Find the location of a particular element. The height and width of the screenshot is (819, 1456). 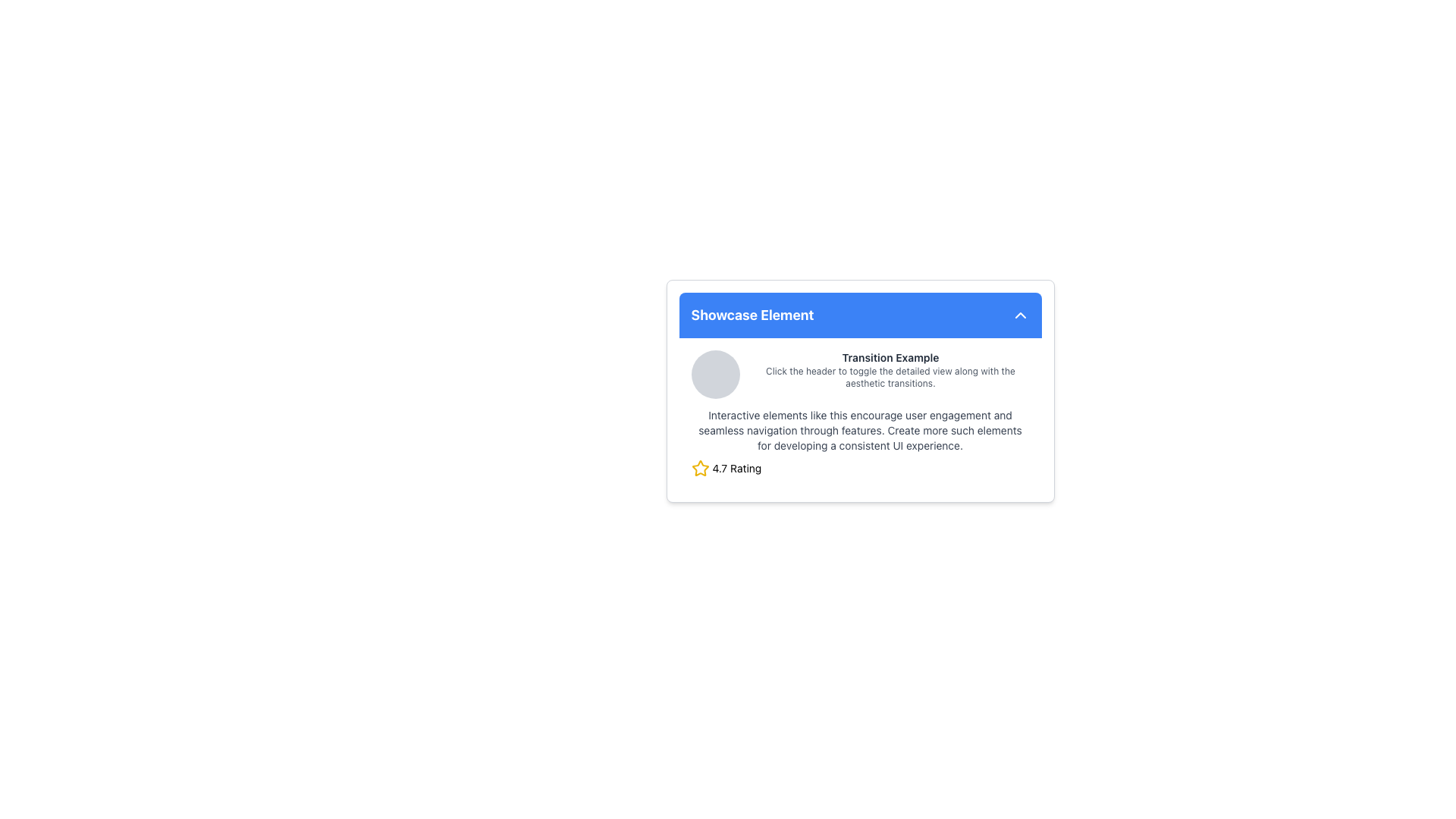

the upward-facing chevron icon with a thin white outline on a blue background, located at the top-right corner of the card component is located at coordinates (1020, 315).